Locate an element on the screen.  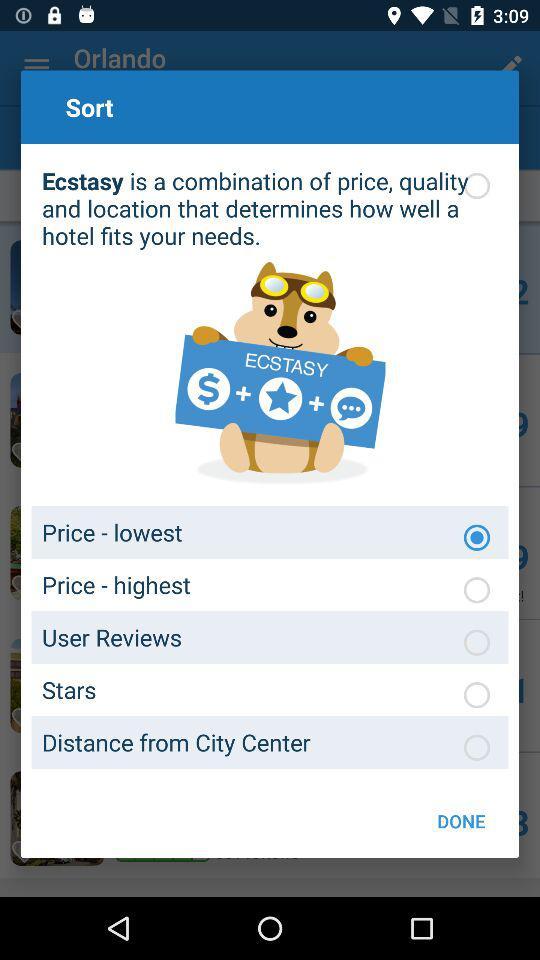
price lowest is located at coordinates (475, 536).